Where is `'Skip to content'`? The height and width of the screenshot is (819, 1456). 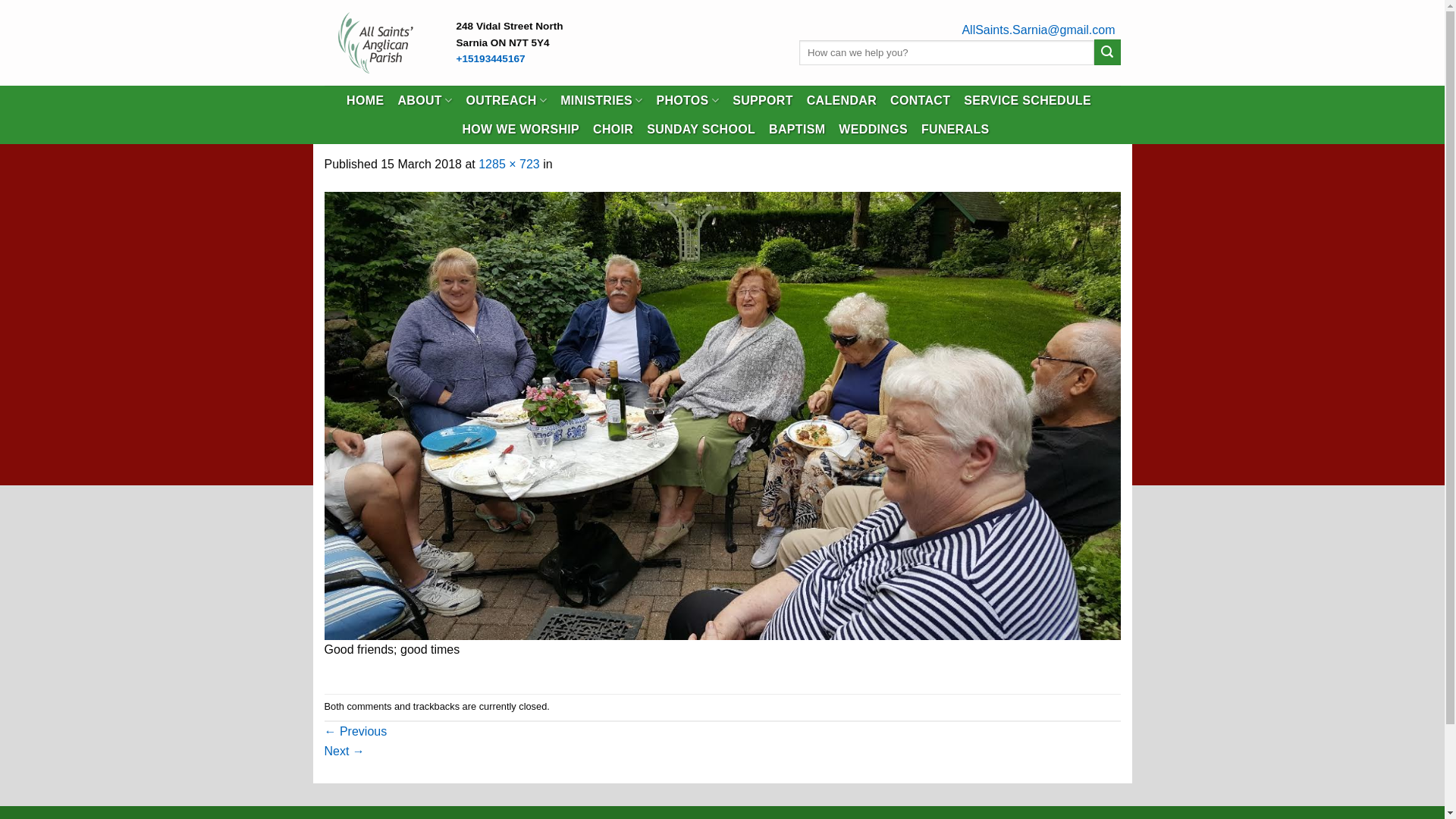
'Skip to content' is located at coordinates (0, 0).